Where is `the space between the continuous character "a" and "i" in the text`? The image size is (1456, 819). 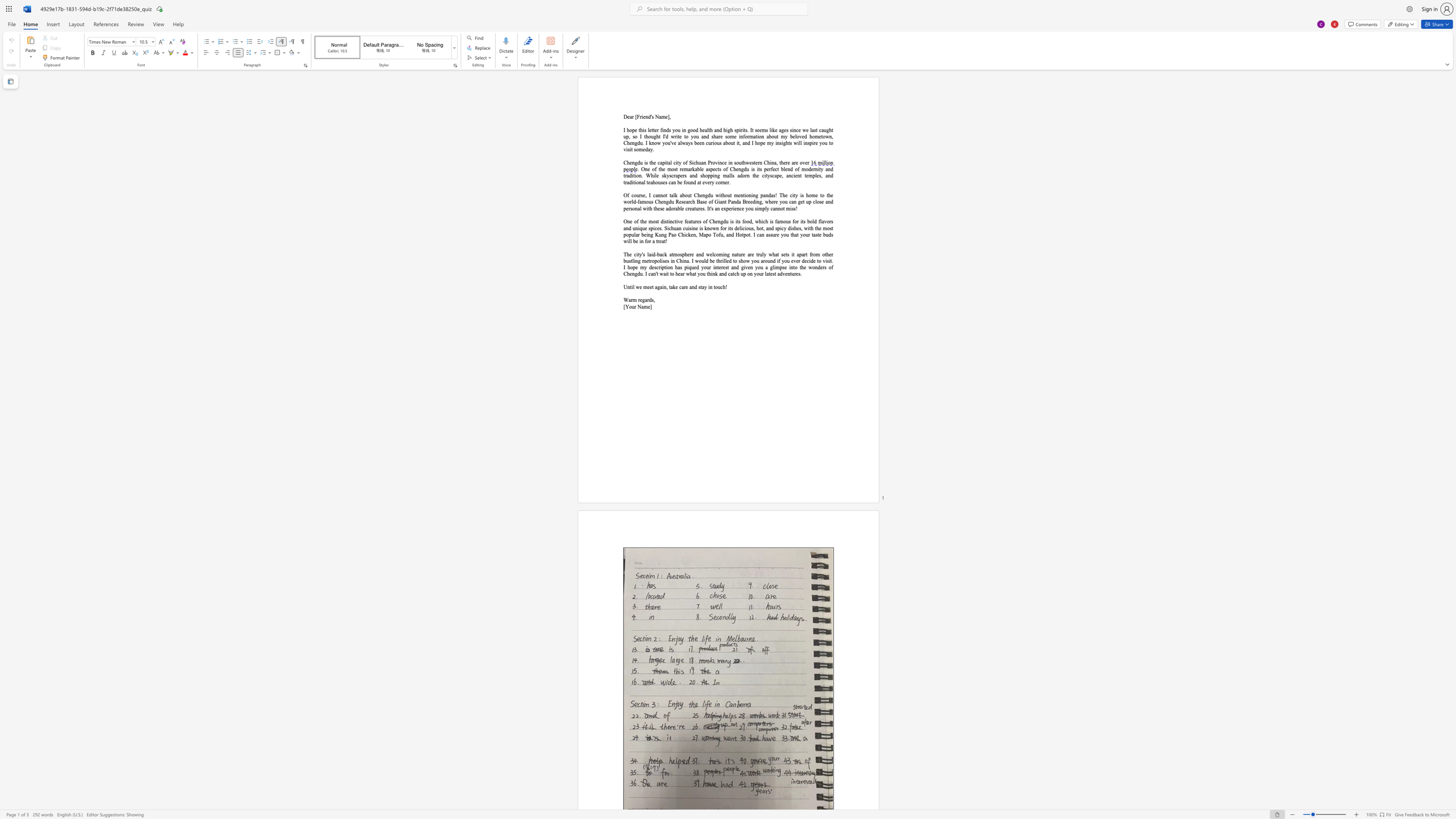 the space between the continuous character "a" and "i" in the text is located at coordinates (665, 274).